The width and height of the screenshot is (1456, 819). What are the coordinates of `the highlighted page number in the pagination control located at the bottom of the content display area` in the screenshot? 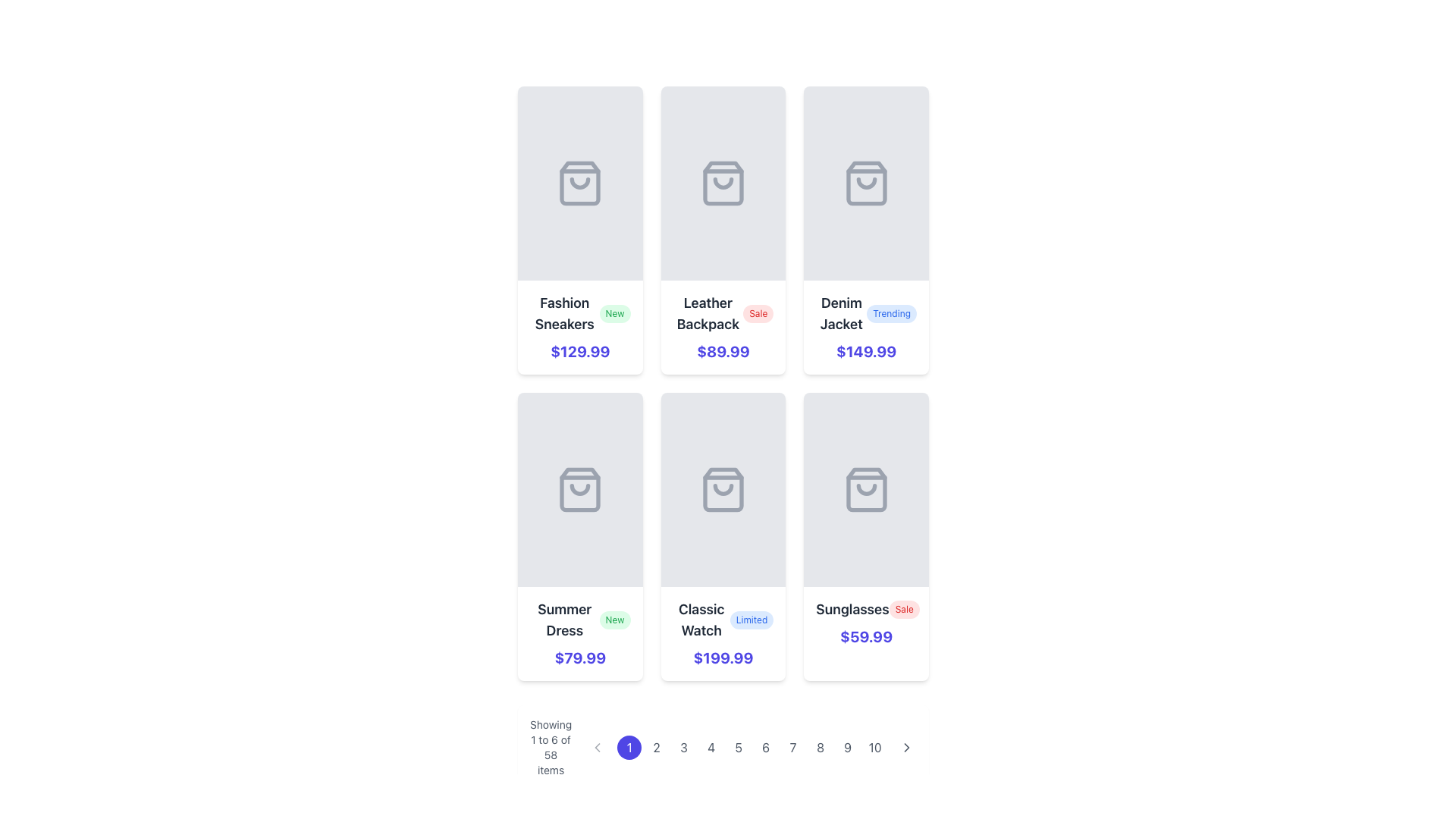 It's located at (723, 747).